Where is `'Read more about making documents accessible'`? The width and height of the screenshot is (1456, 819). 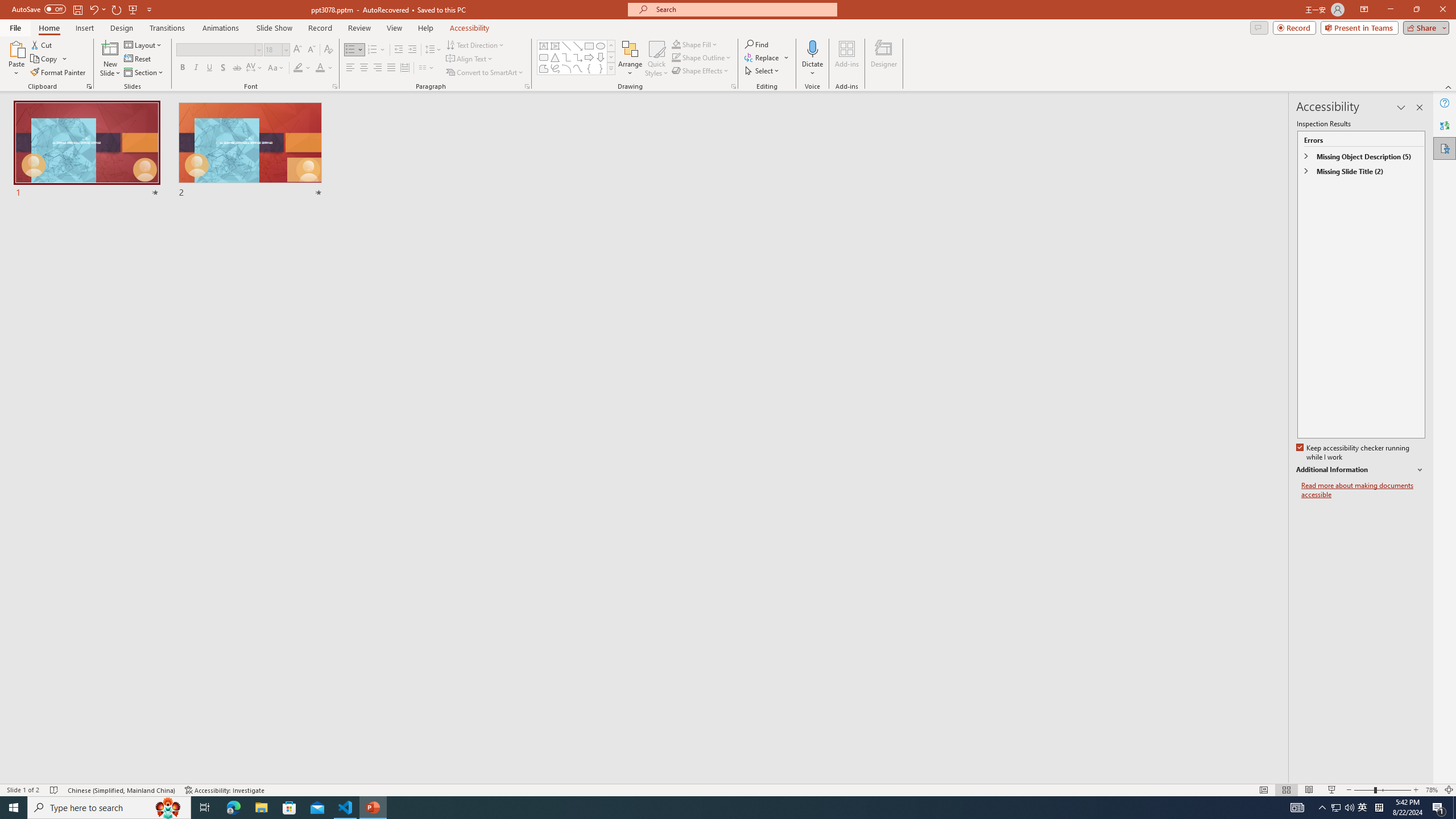
'Read more about making documents accessible' is located at coordinates (1363, 490).